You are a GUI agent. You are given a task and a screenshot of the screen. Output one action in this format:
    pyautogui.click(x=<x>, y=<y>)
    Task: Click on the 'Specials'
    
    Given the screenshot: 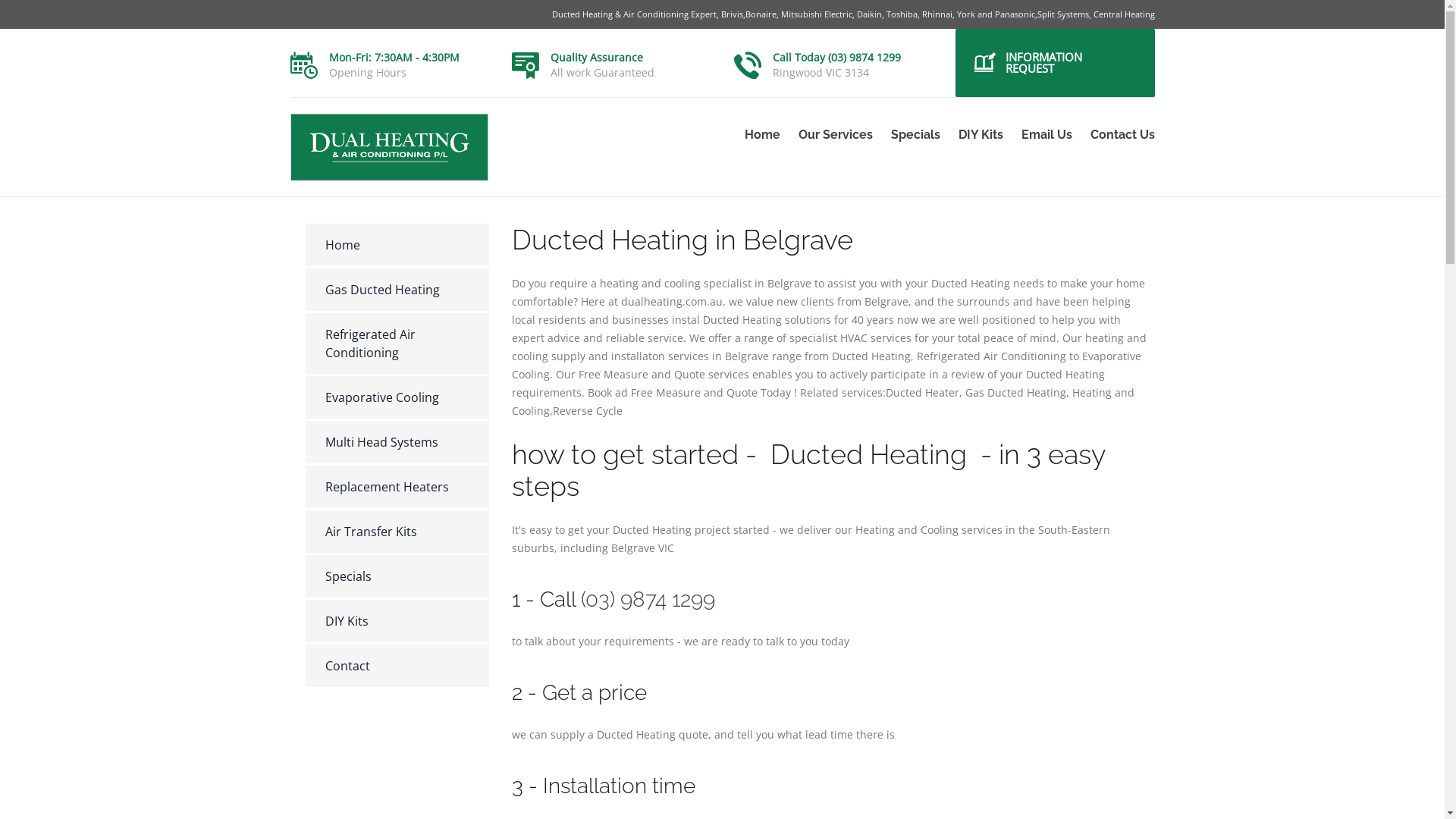 What is the action you would take?
    pyautogui.click(x=304, y=576)
    